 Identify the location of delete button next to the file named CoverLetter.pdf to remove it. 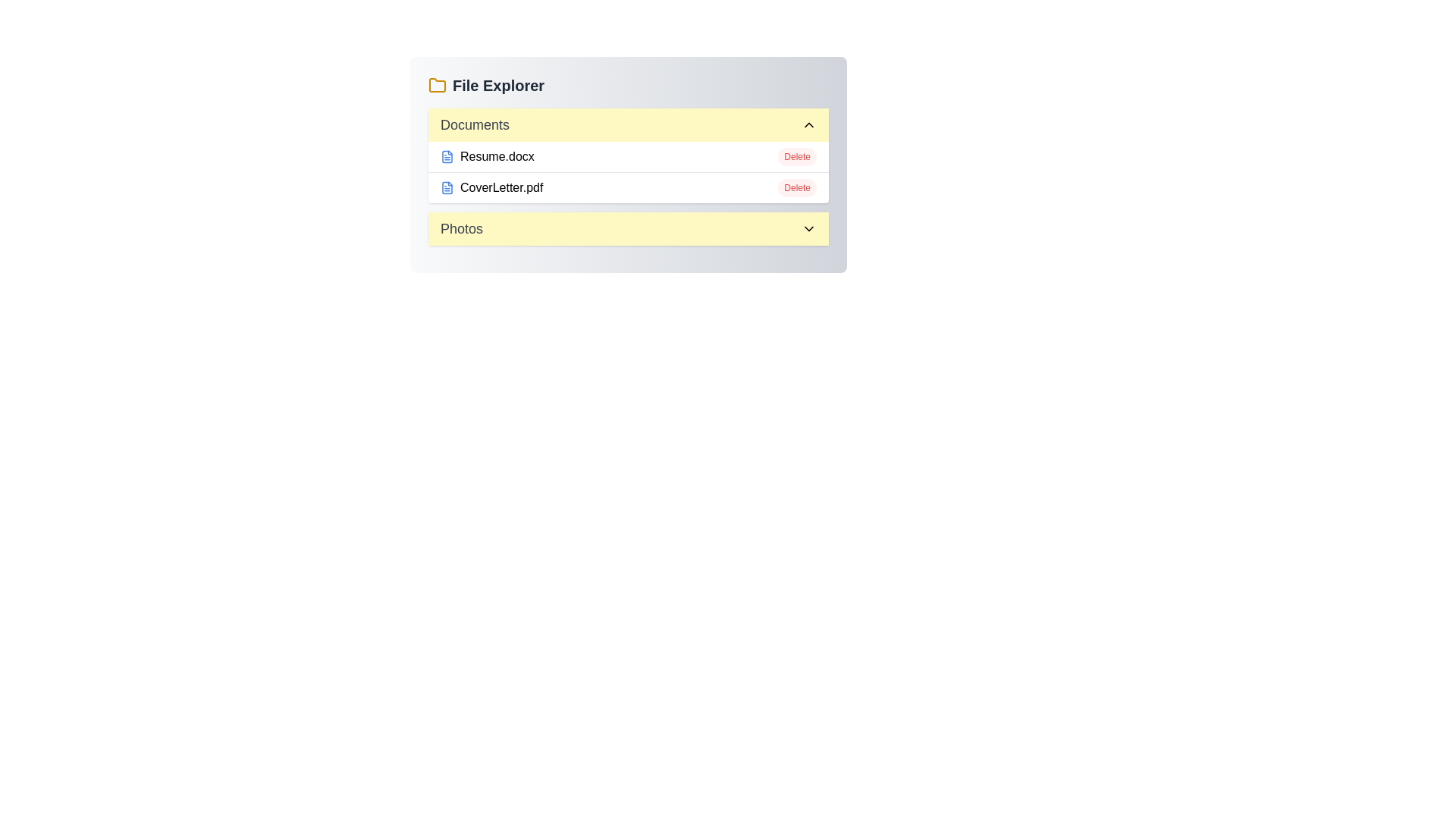
(796, 187).